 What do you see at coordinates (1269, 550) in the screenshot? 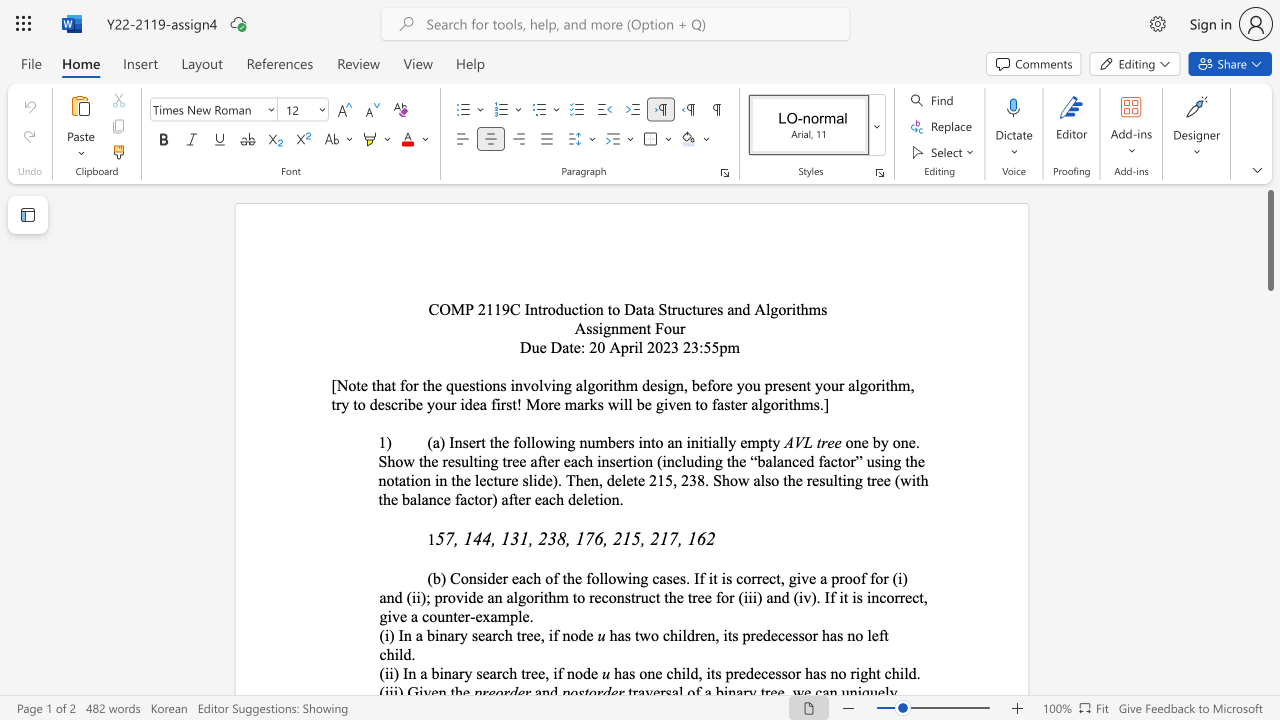
I see `the scrollbar on the right` at bounding box center [1269, 550].